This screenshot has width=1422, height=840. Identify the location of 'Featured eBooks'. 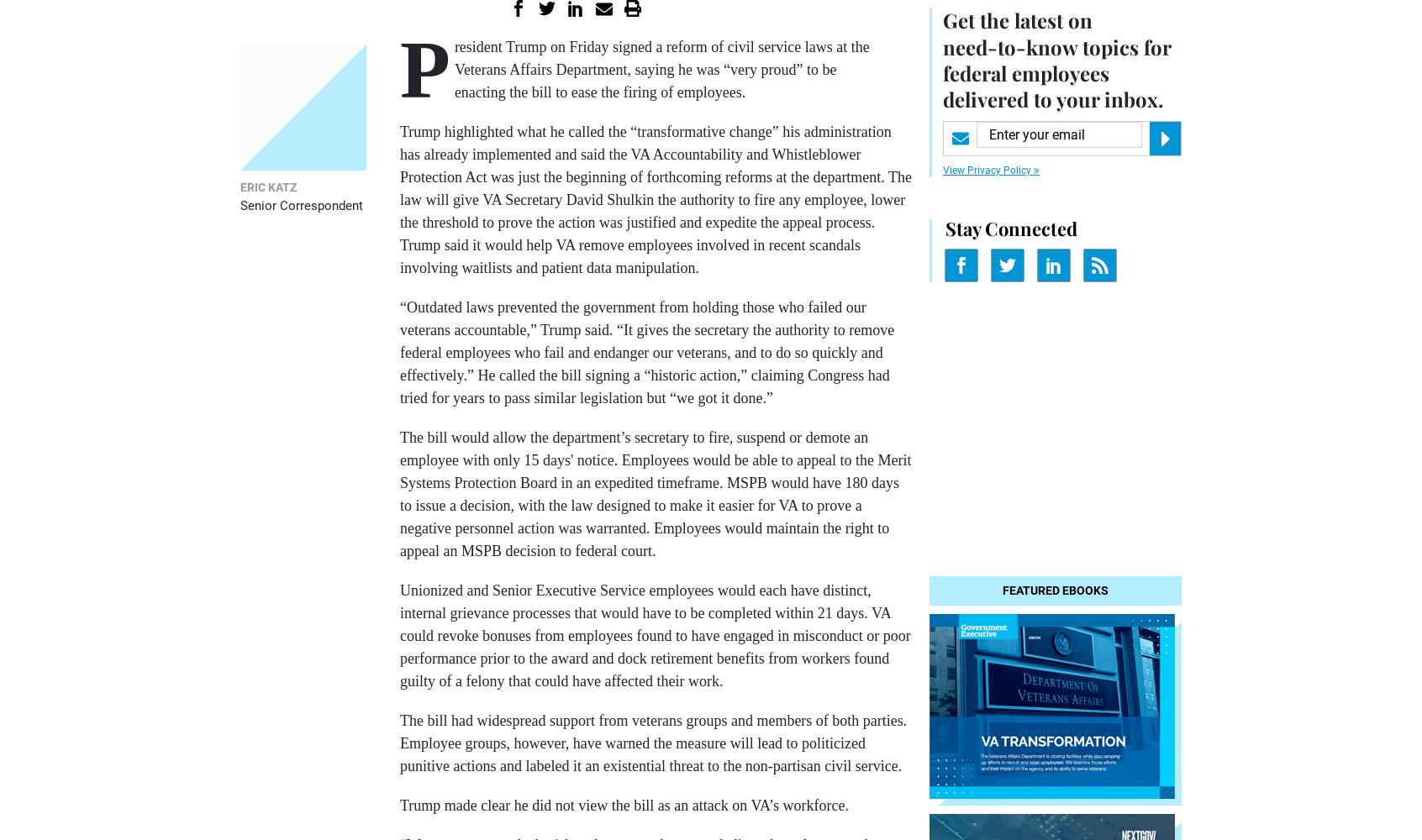
(1055, 590).